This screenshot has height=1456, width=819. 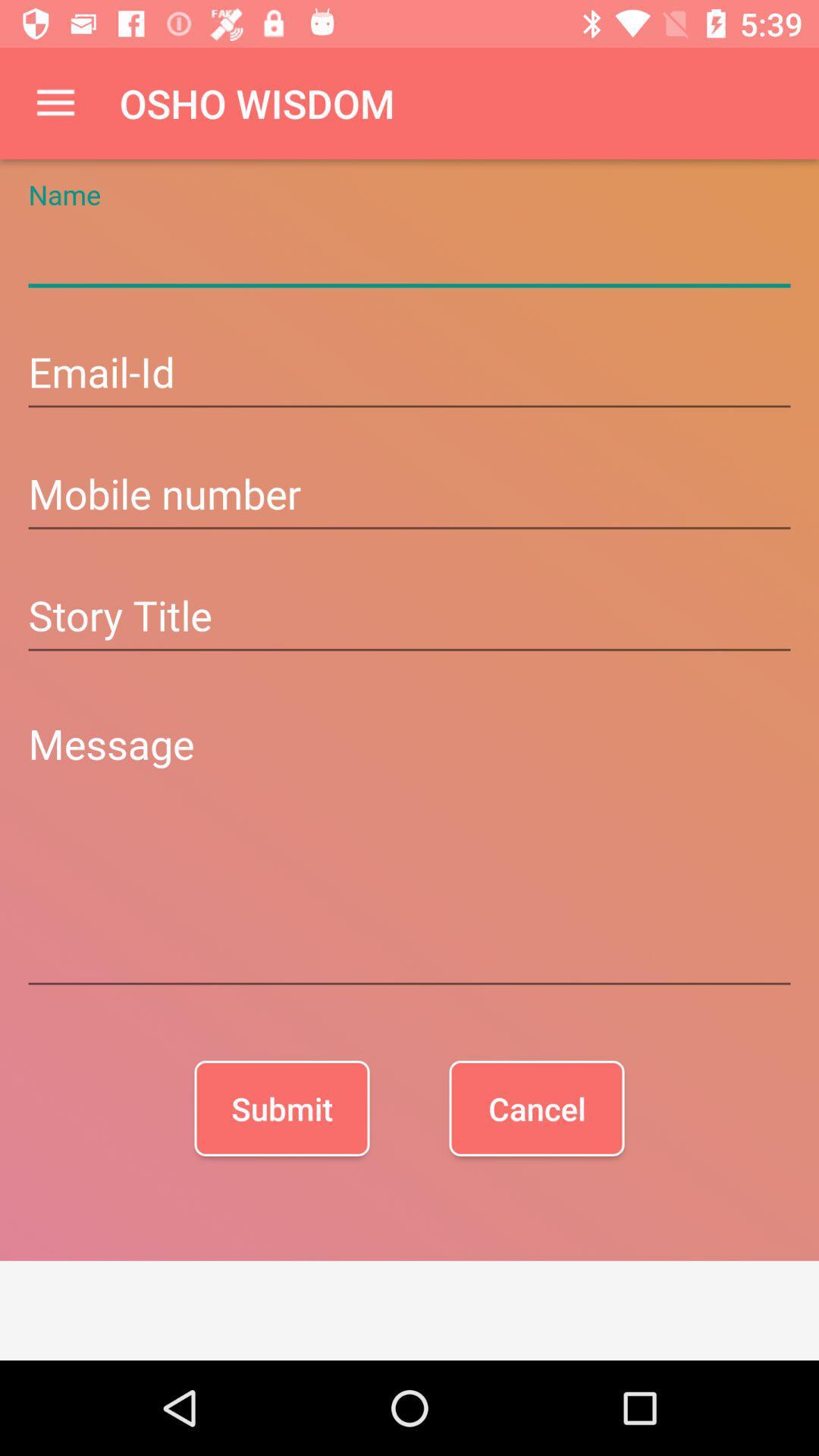 I want to click on cell number, so click(x=409, y=496).